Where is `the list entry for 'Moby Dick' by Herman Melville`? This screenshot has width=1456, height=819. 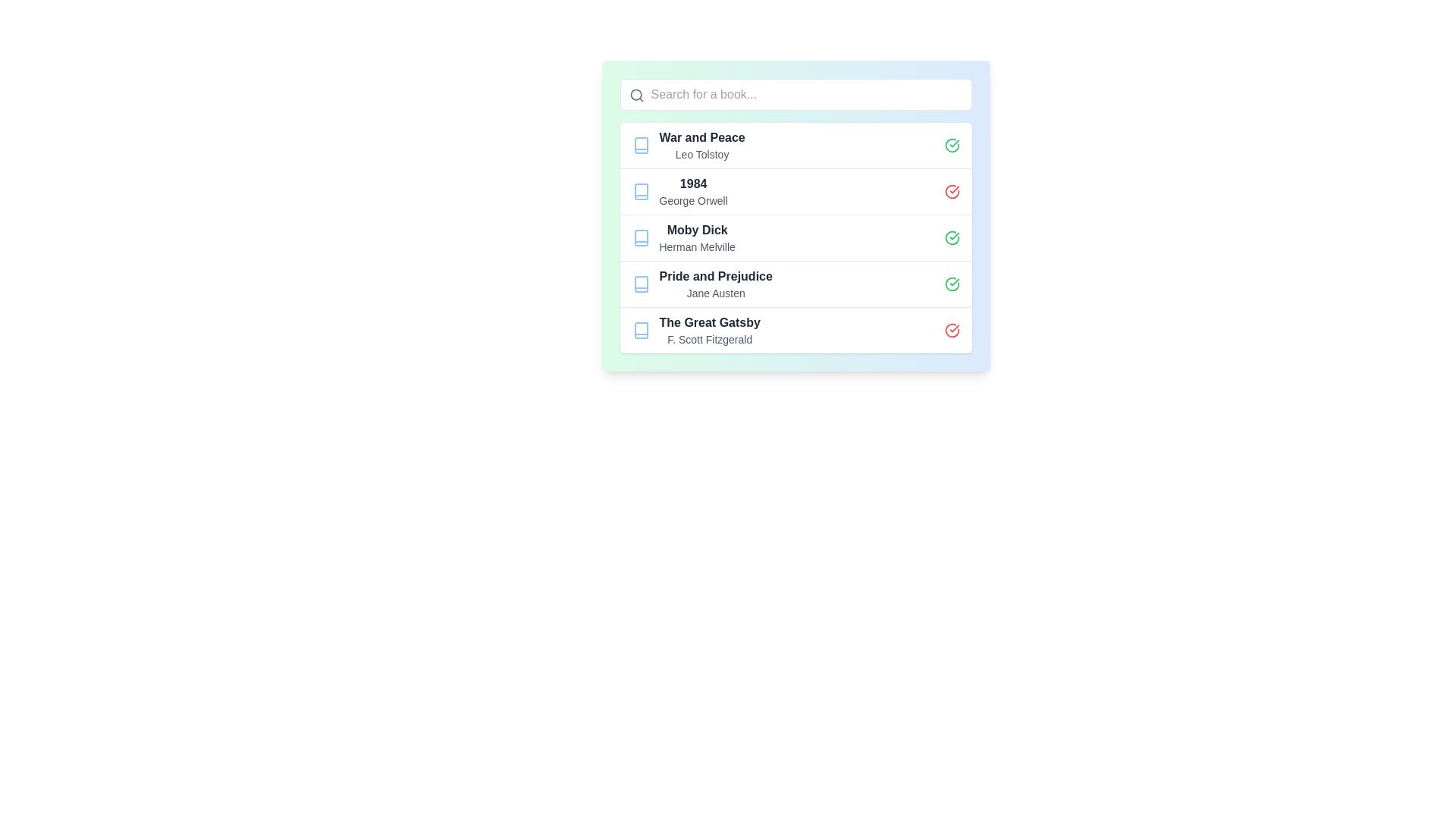 the list entry for 'Moby Dick' by Herman Melville is located at coordinates (795, 237).